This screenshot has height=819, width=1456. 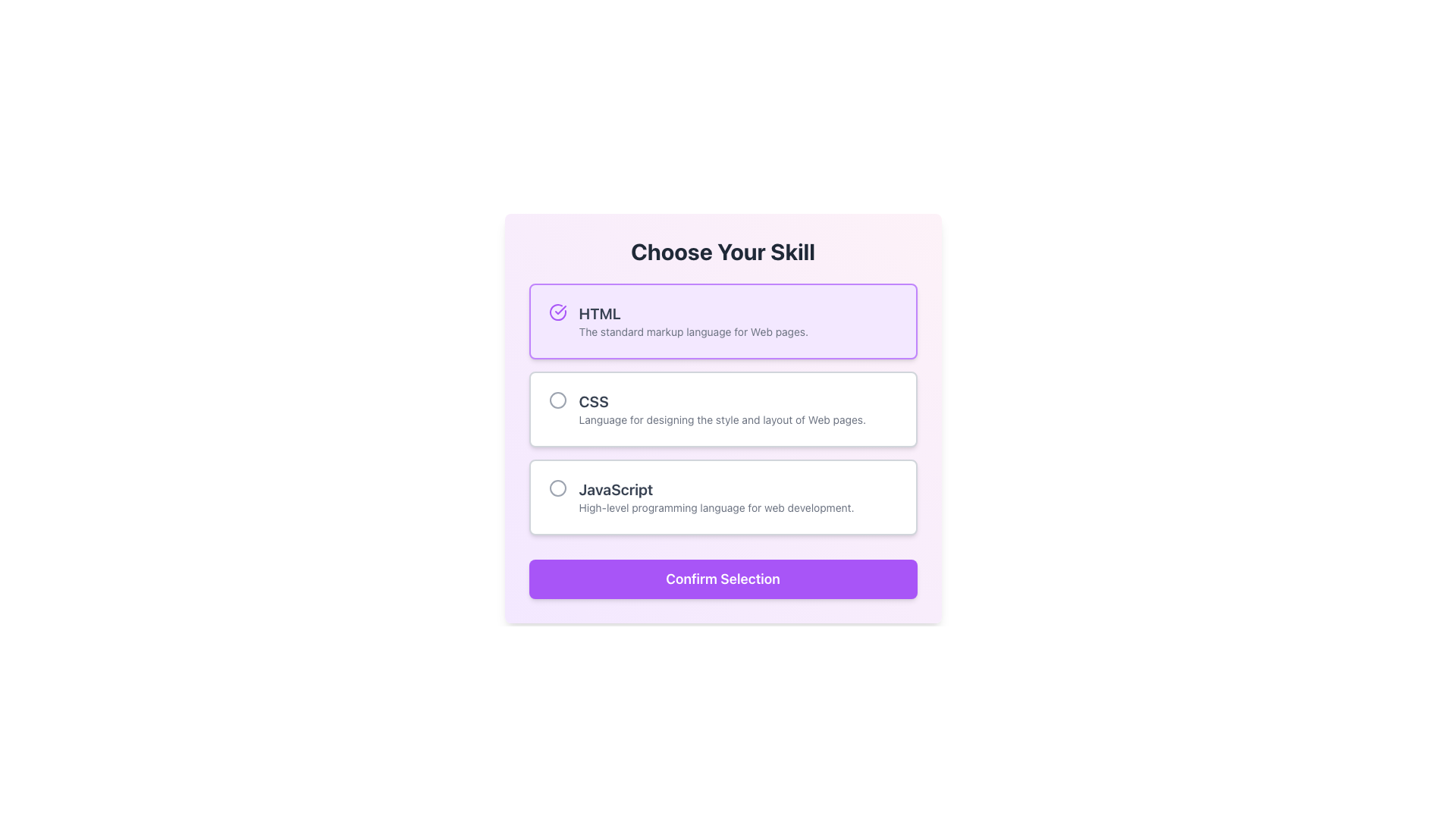 I want to click on the center of the interactive panel, so click(x=722, y=409).